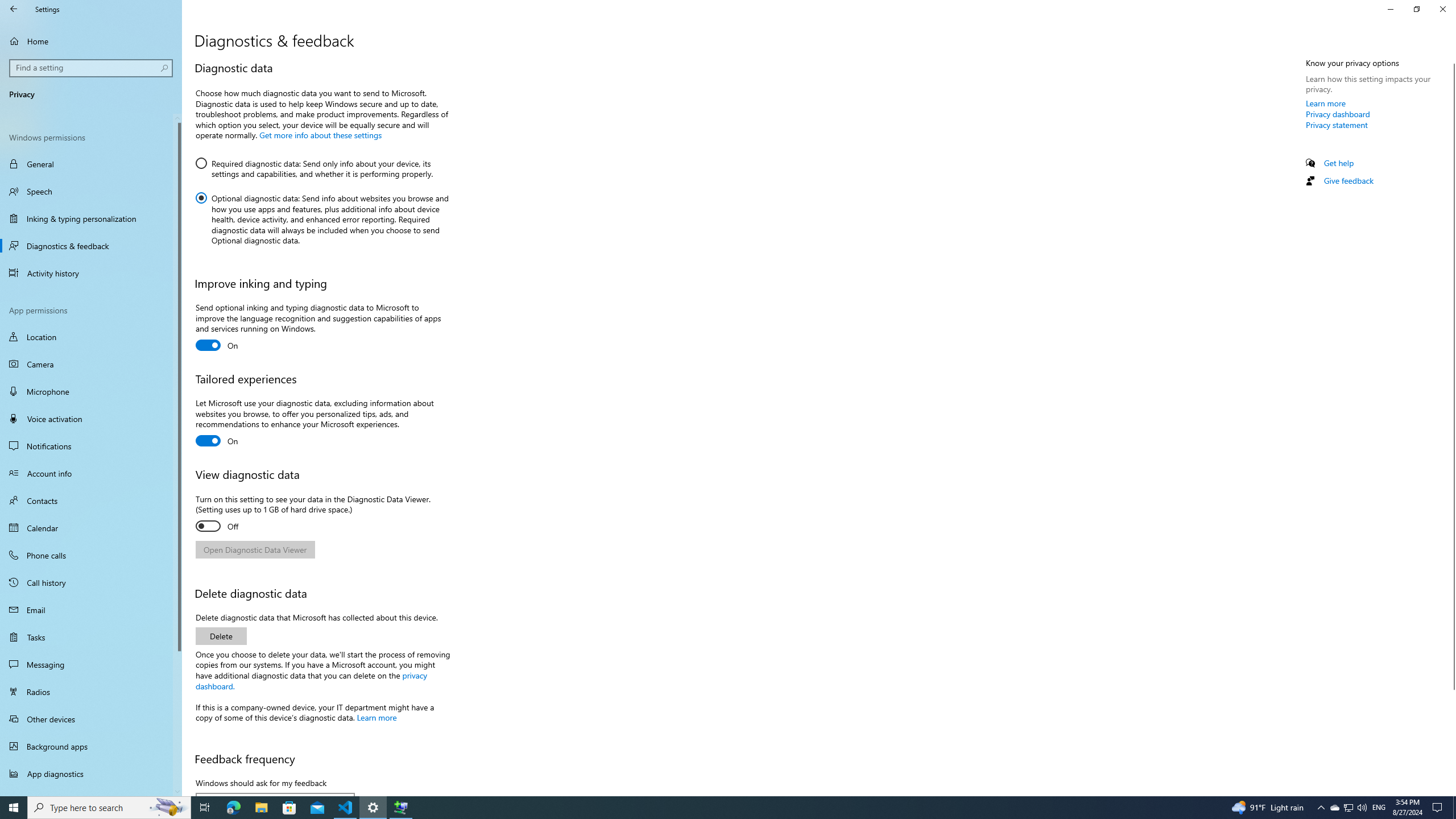 Image resolution: width=1456 pixels, height=819 pixels. Describe the element at coordinates (1416, 9) in the screenshot. I see `'Restore Settings'` at that location.